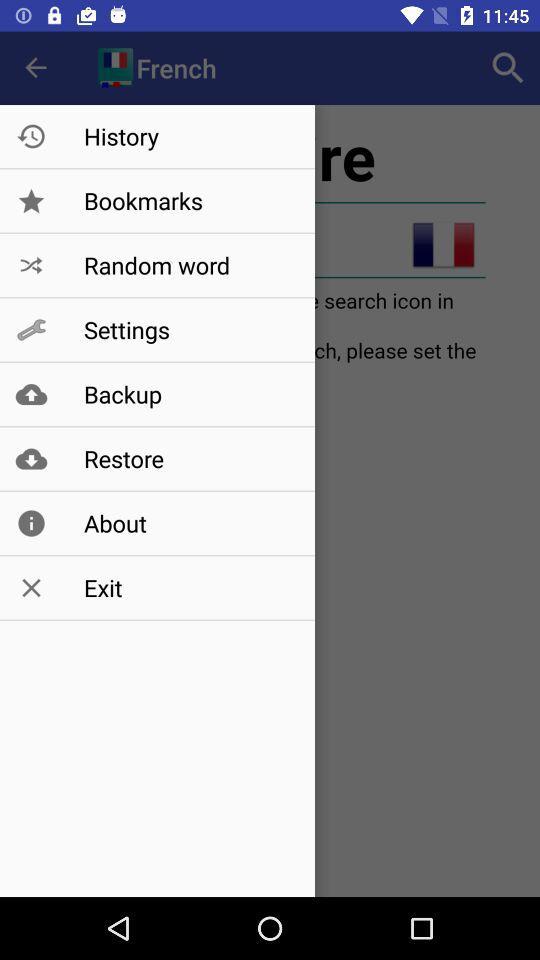  What do you see at coordinates (508, 68) in the screenshot?
I see `item next to history item` at bounding box center [508, 68].